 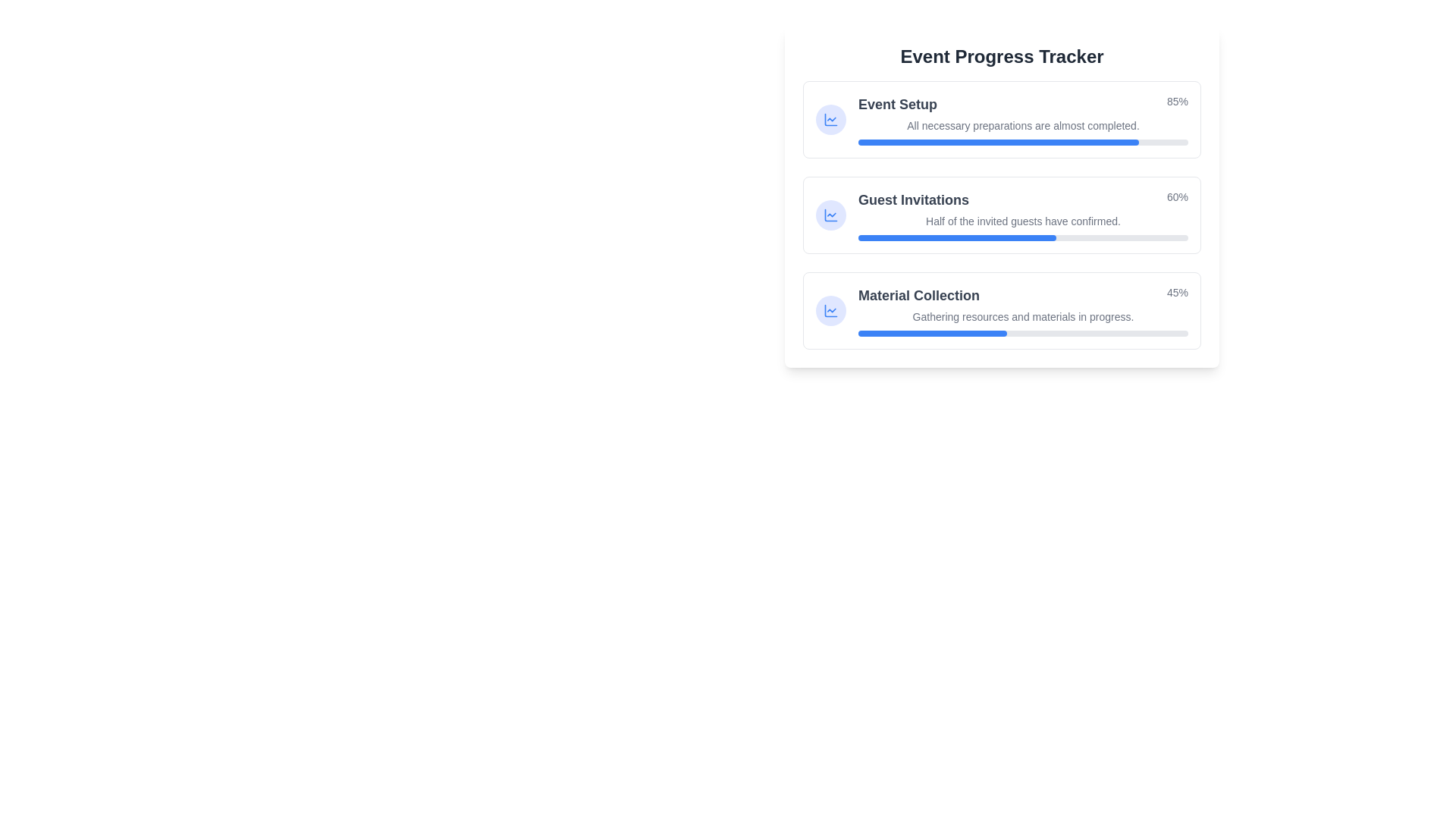 I want to click on the informational component titled 'Guest Invitations' displaying a progress bar and related text, located centrally in the 'Event Progress Tracker' section, so click(x=1023, y=215).